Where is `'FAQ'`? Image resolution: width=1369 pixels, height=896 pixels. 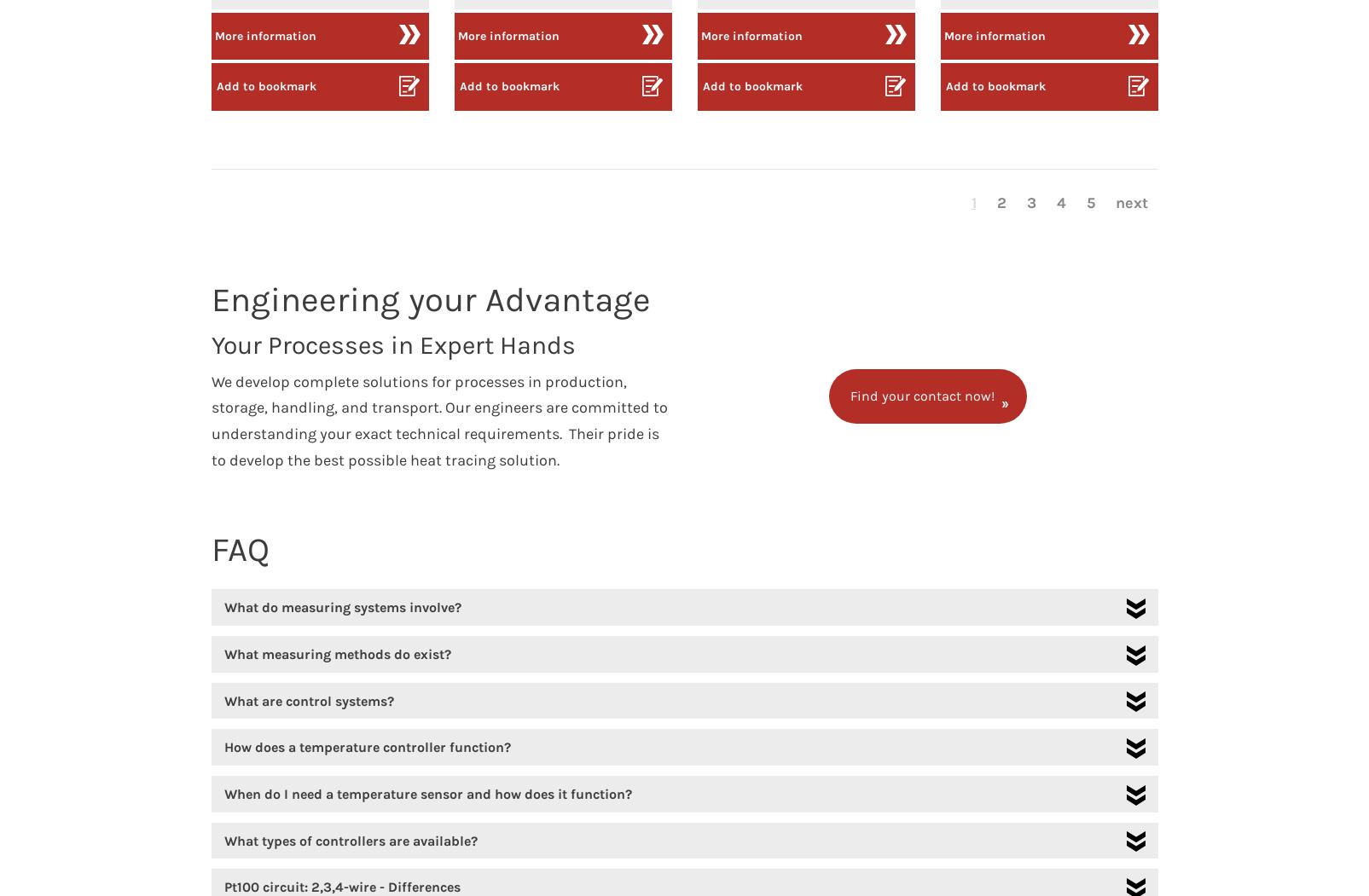 'FAQ' is located at coordinates (240, 548).